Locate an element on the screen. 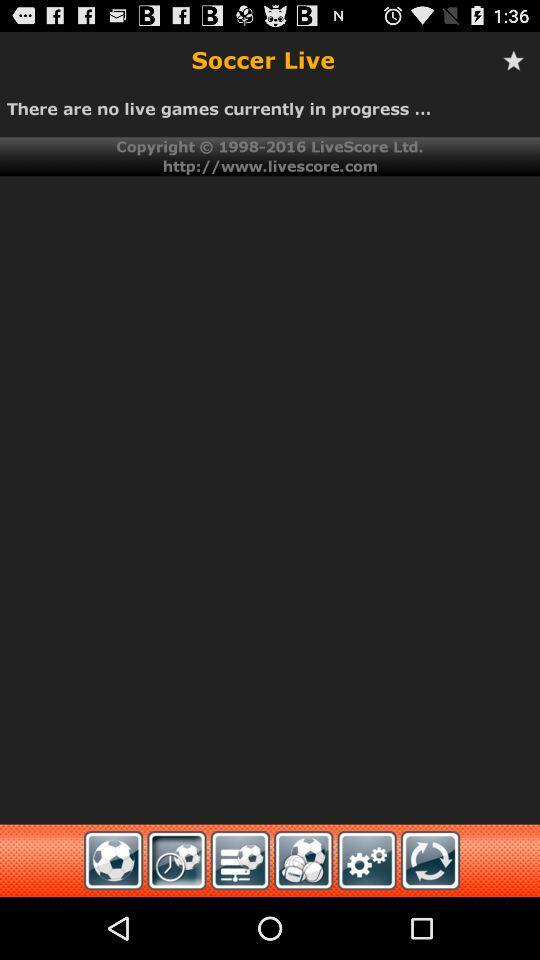 The width and height of the screenshot is (540, 960). the refresh icon is located at coordinates (429, 921).